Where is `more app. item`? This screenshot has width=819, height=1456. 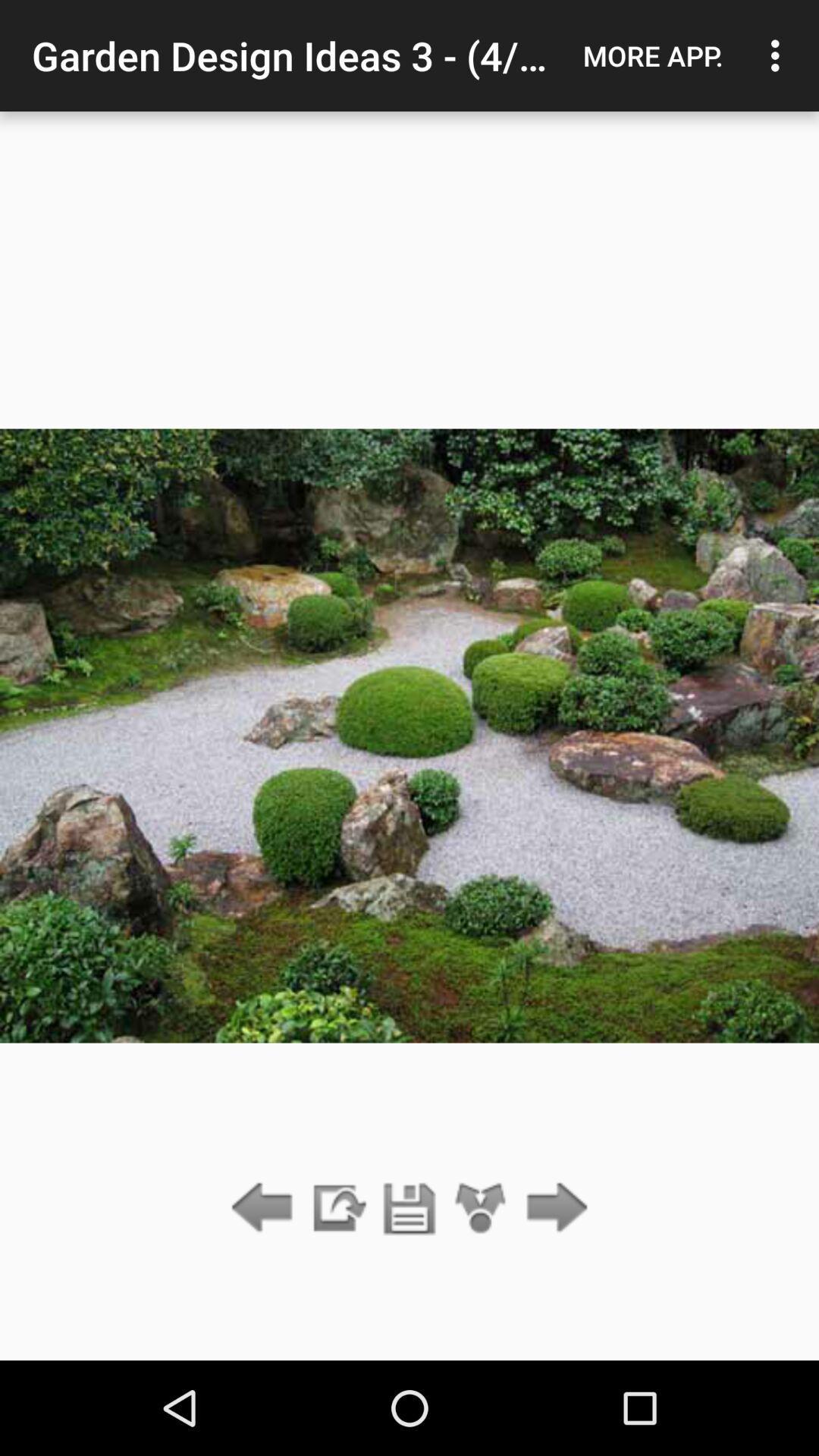 more app. item is located at coordinates (652, 55).